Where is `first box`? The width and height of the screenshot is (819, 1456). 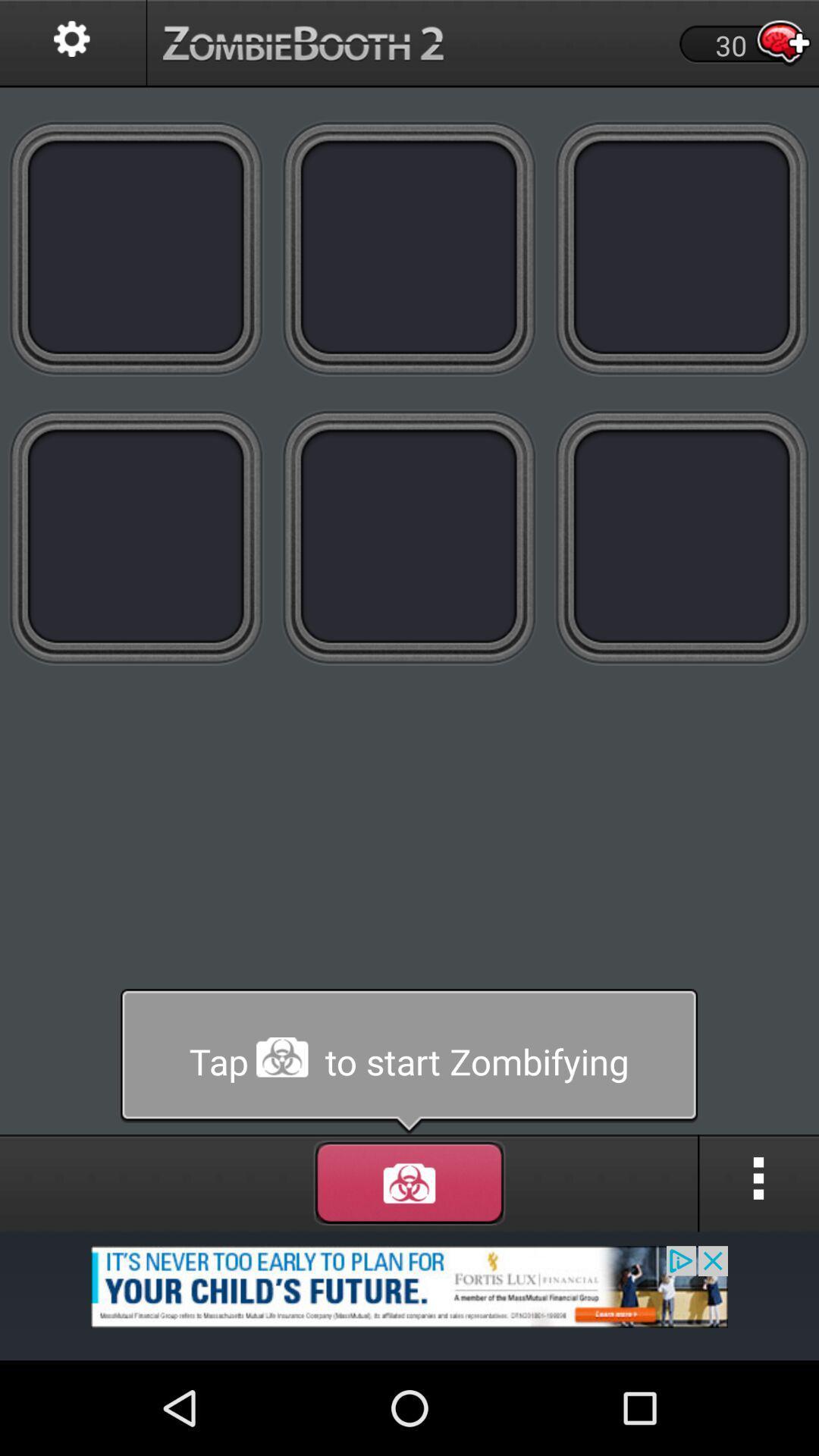 first box is located at coordinates (136, 247).